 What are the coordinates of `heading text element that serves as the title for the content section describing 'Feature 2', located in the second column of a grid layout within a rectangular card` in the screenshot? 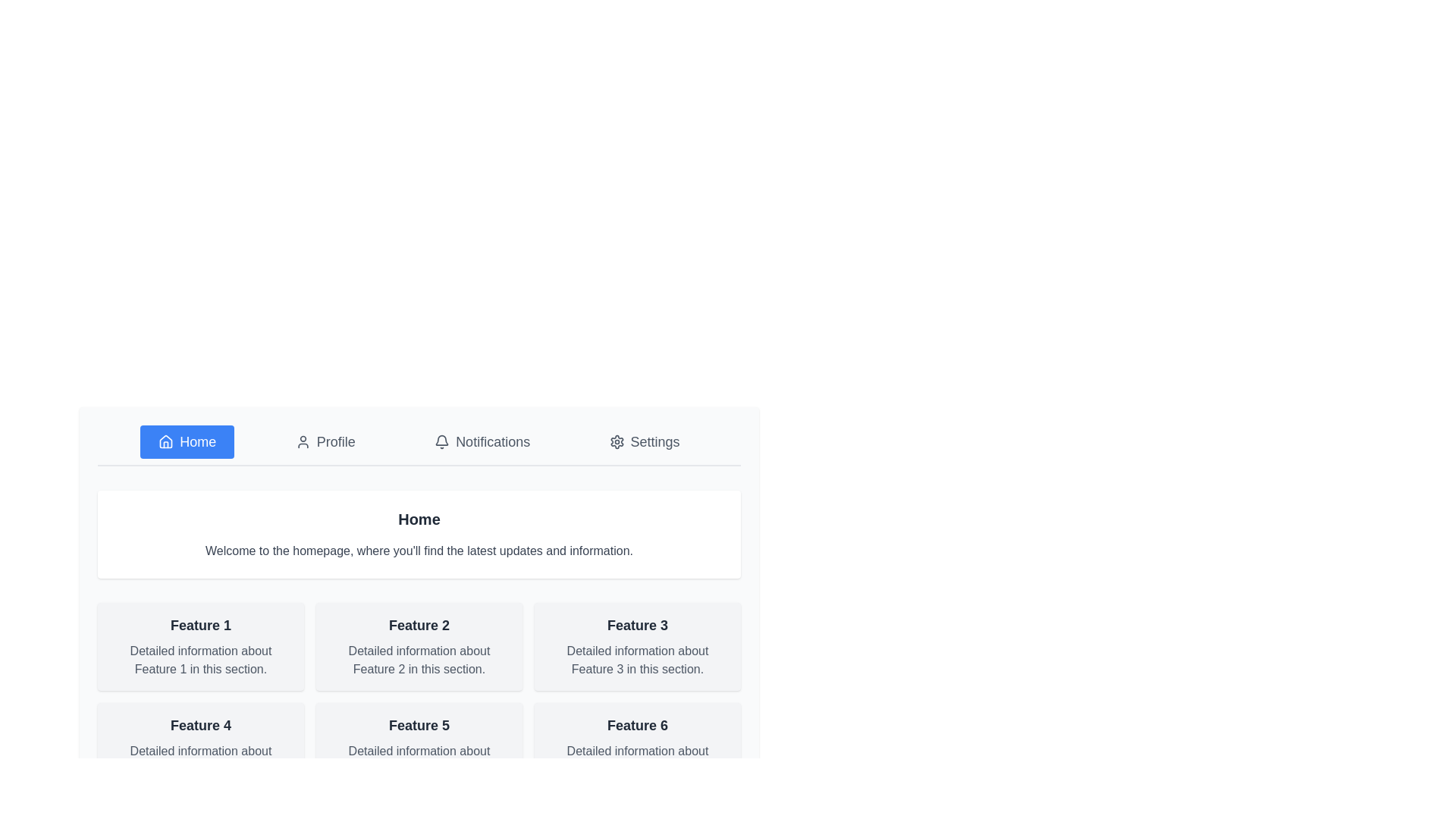 It's located at (419, 626).